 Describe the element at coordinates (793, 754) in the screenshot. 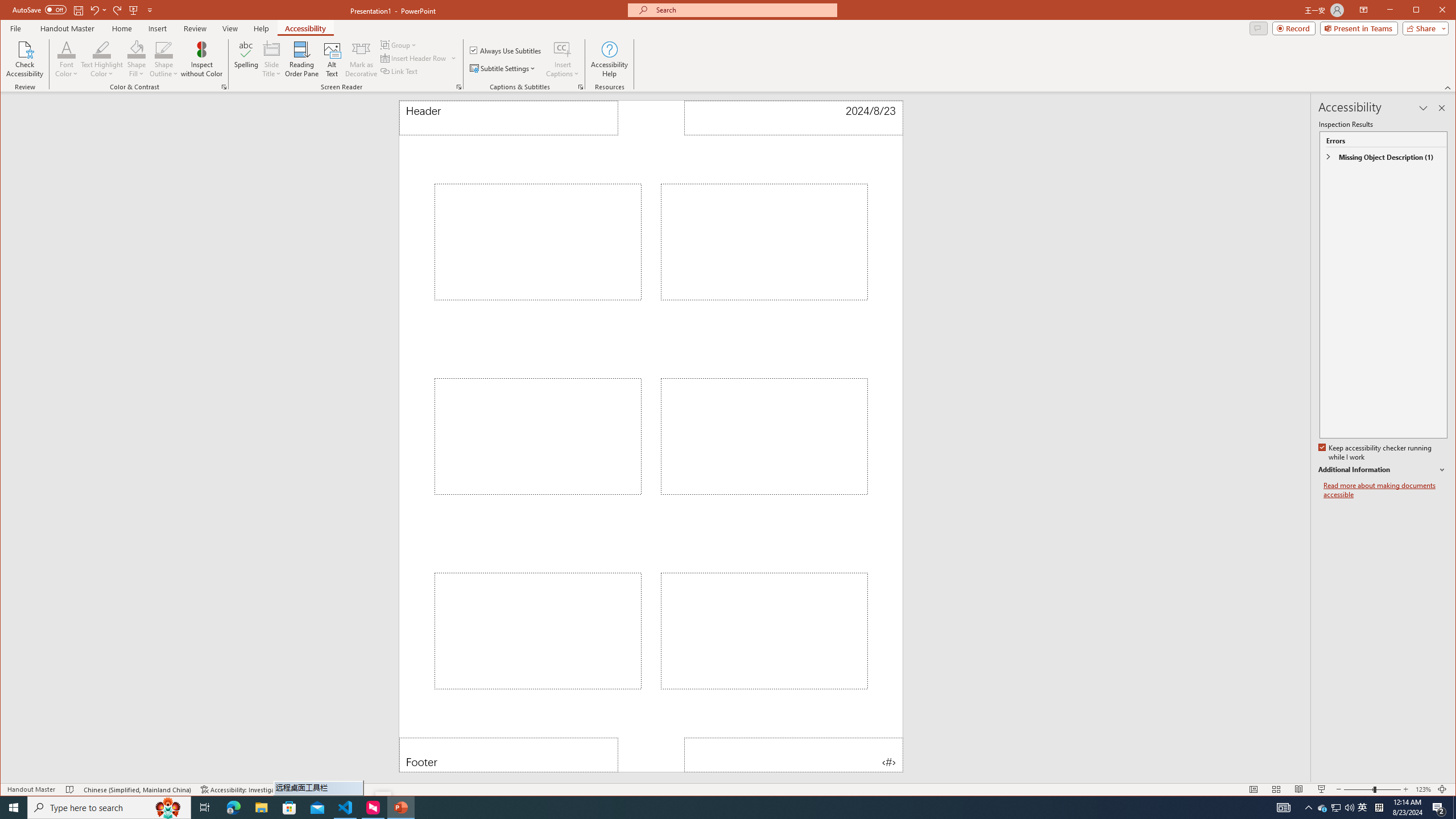

I see `'Page Number'` at that location.